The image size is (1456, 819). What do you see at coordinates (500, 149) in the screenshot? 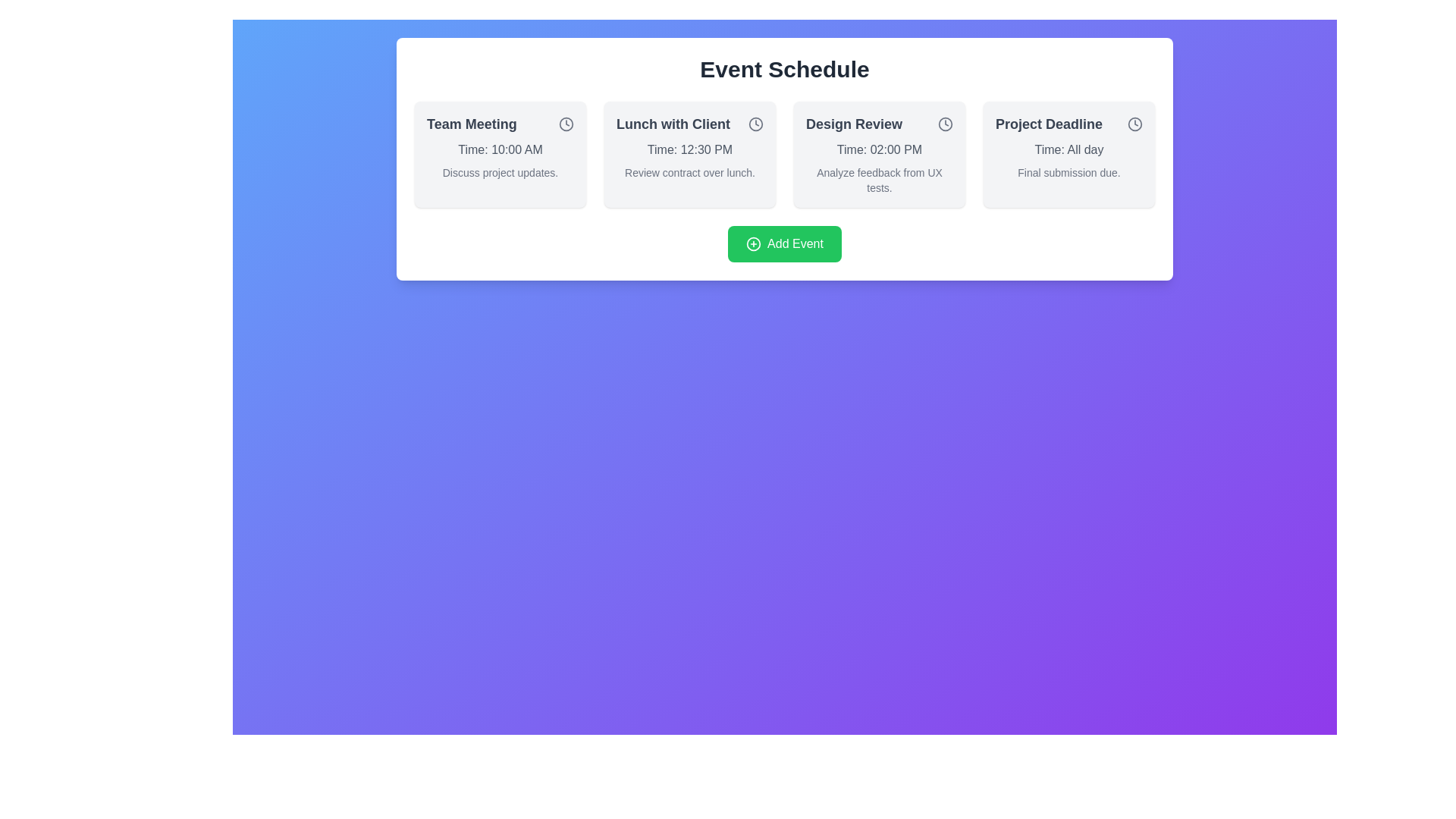
I see `the text label displaying the scheduled time for the 'Team Meeting' event, which is located within the 'Team Meeting' card, positioned directly below the title` at bounding box center [500, 149].